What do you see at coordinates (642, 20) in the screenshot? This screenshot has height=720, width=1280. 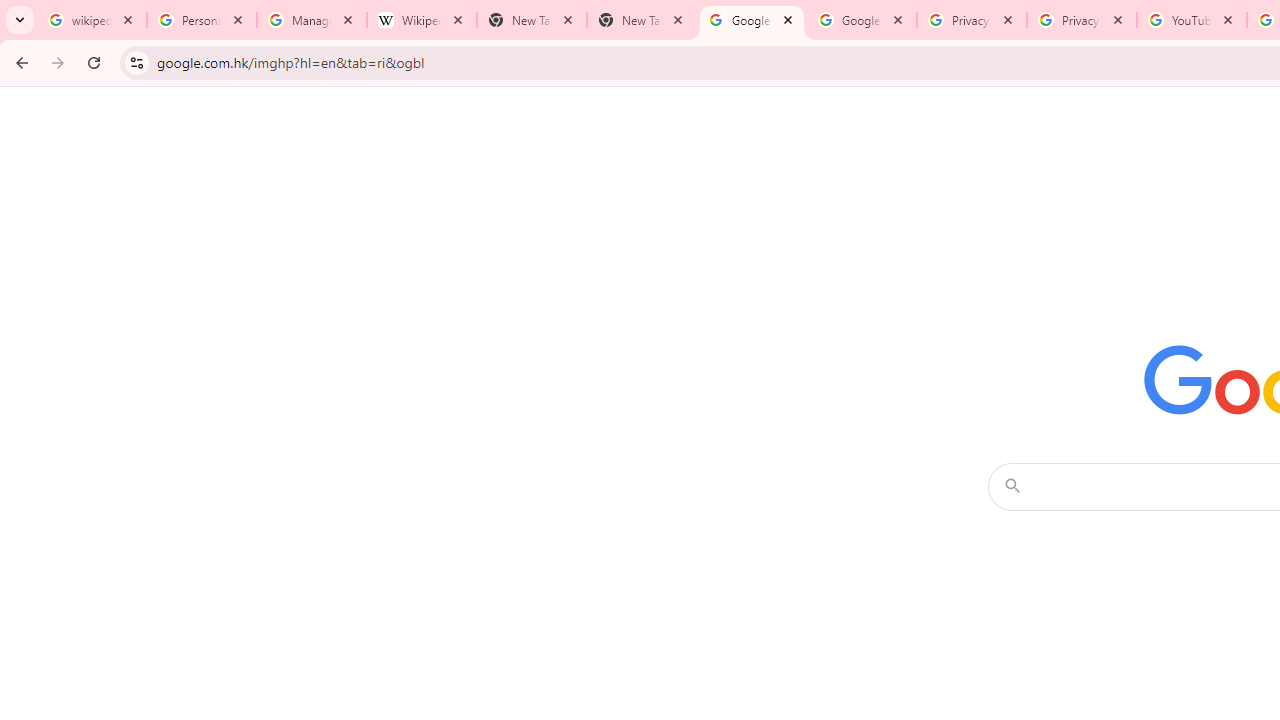 I see `'New Tab'` at bounding box center [642, 20].